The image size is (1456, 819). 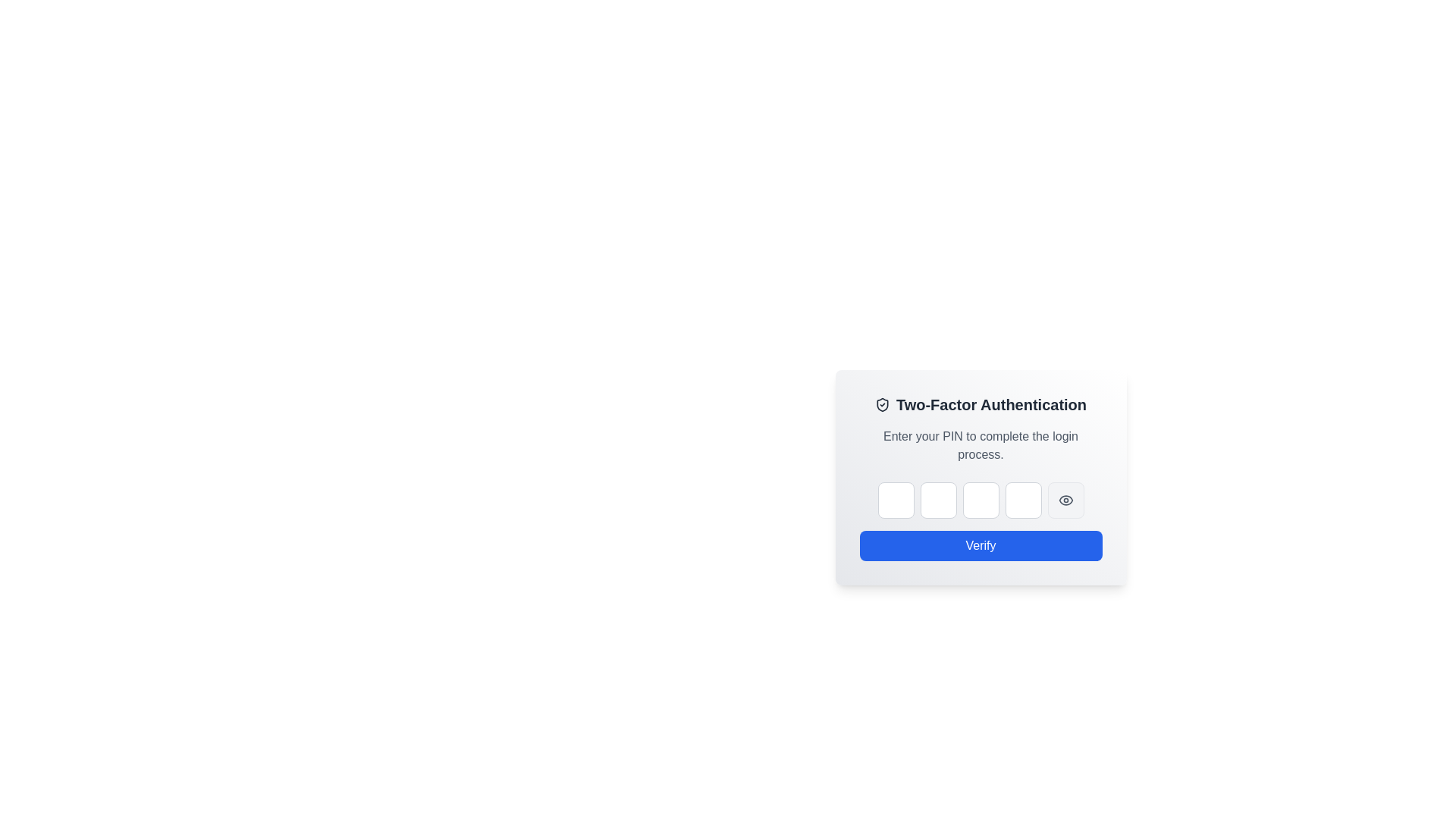 I want to click on shield icon representing security within the Two-Factor Authentication modal header for design details, so click(x=882, y=403).